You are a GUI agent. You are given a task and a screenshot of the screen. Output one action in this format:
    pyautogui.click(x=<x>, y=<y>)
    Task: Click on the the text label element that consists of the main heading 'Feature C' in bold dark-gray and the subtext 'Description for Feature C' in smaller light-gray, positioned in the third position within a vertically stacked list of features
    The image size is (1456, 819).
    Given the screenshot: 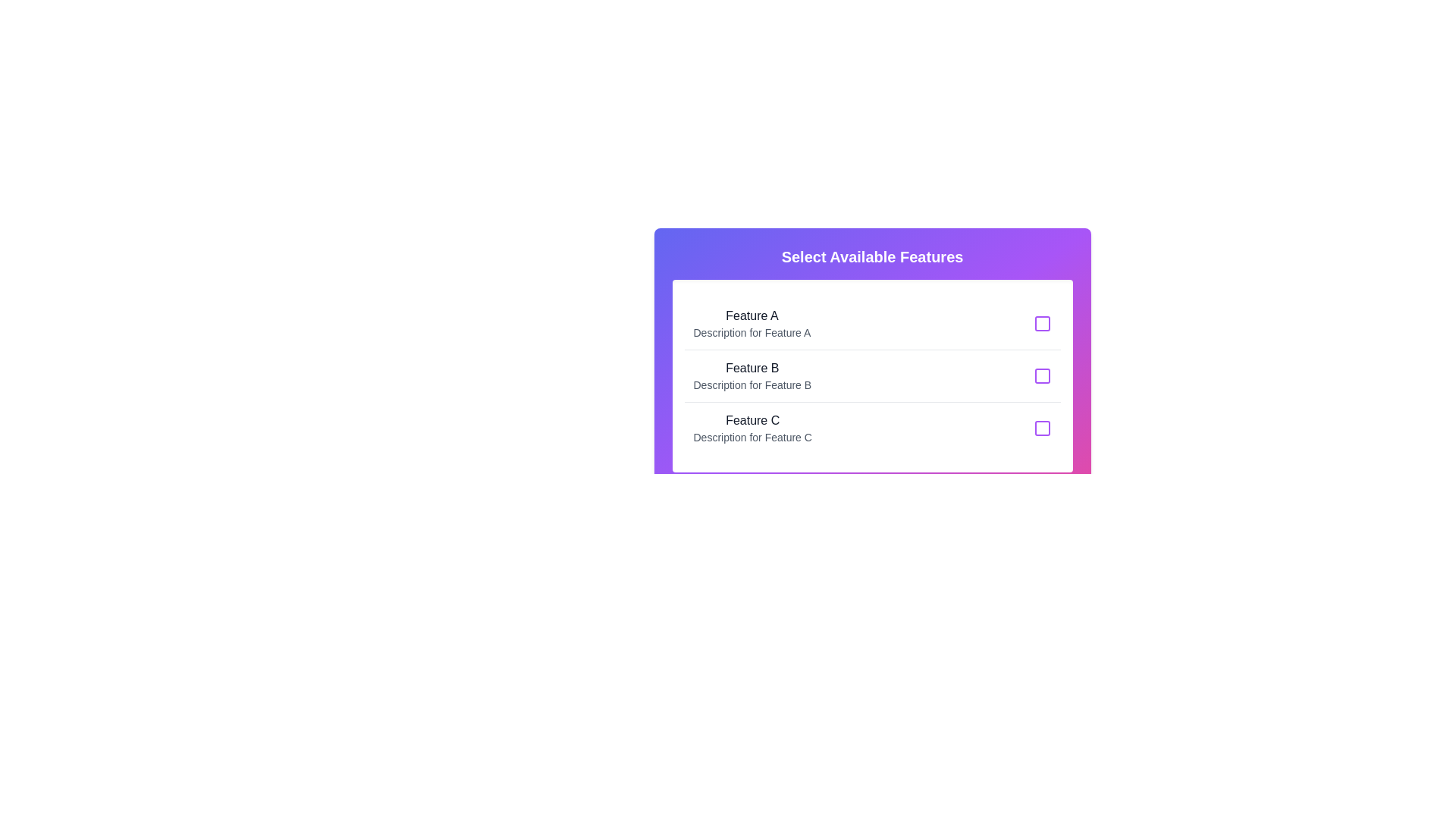 What is the action you would take?
    pyautogui.click(x=752, y=428)
    